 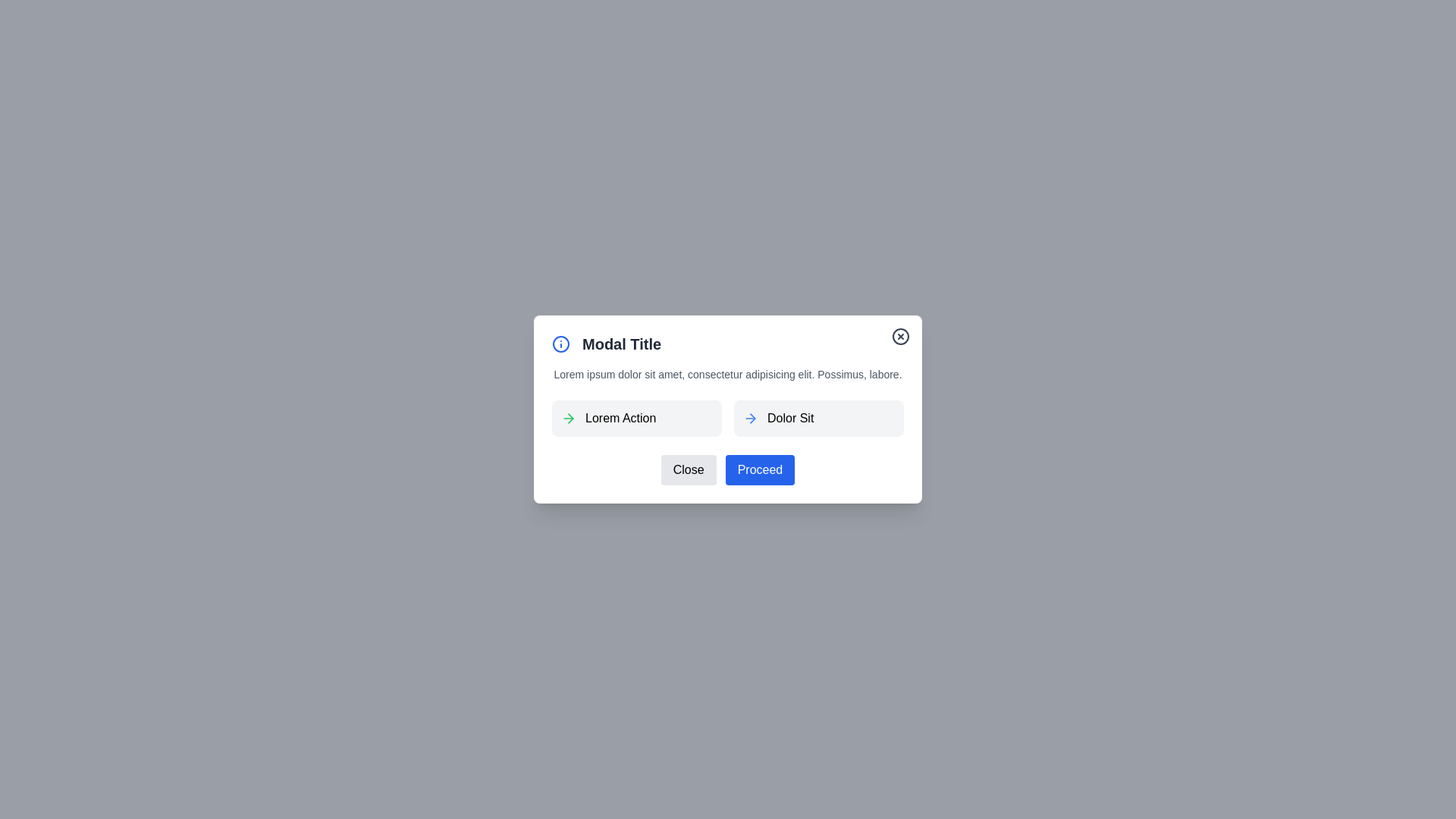 What do you see at coordinates (728, 469) in the screenshot?
I see `the button group located at the bottom of the modal window, which includes 'Close' on the left and 'Proceed' on the right` at bounding box center [728, 469].